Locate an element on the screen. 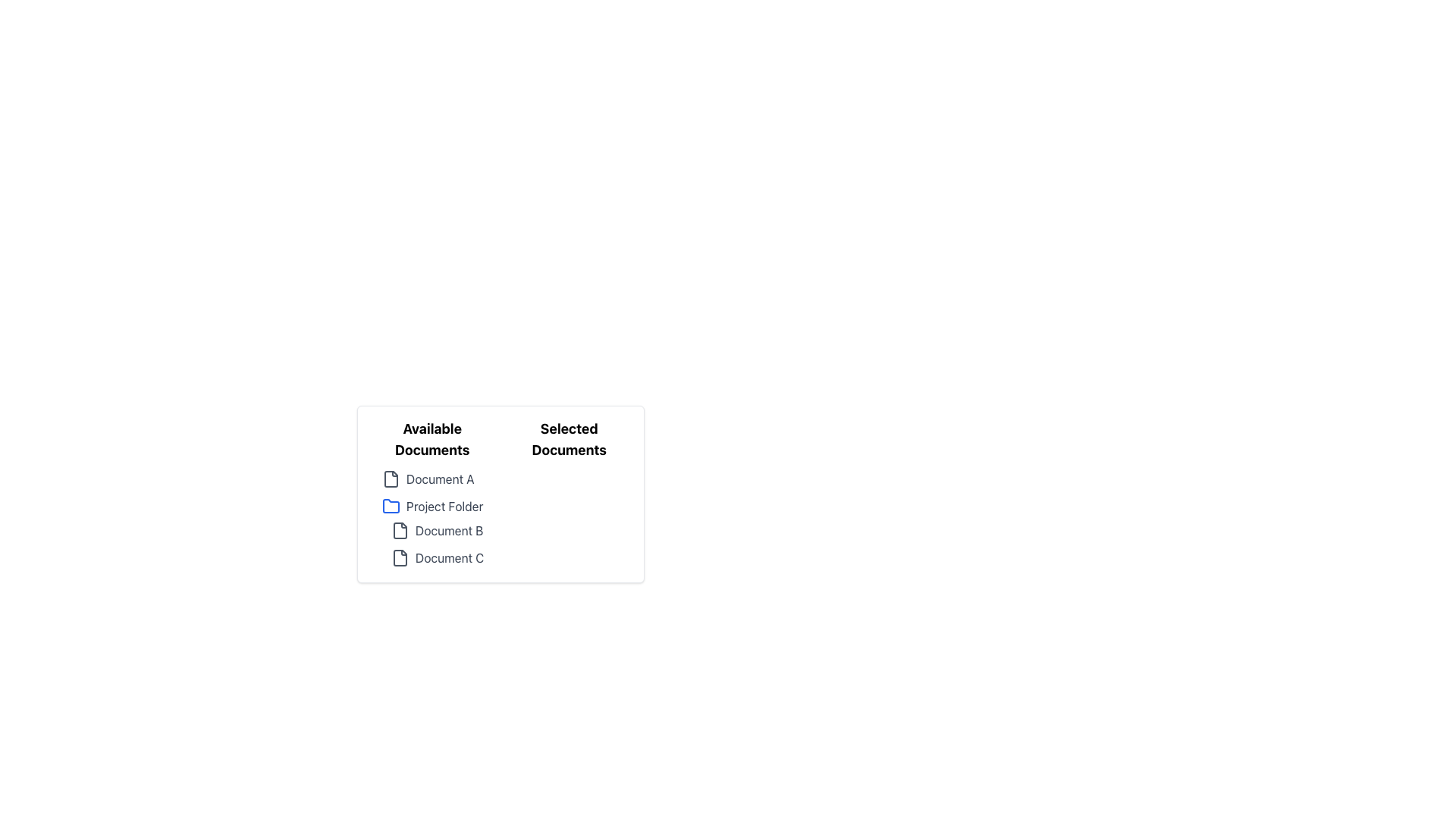  the decorative icon representing 'Document A' in the 'Available Documents' column is located at coordinates (391, 479).